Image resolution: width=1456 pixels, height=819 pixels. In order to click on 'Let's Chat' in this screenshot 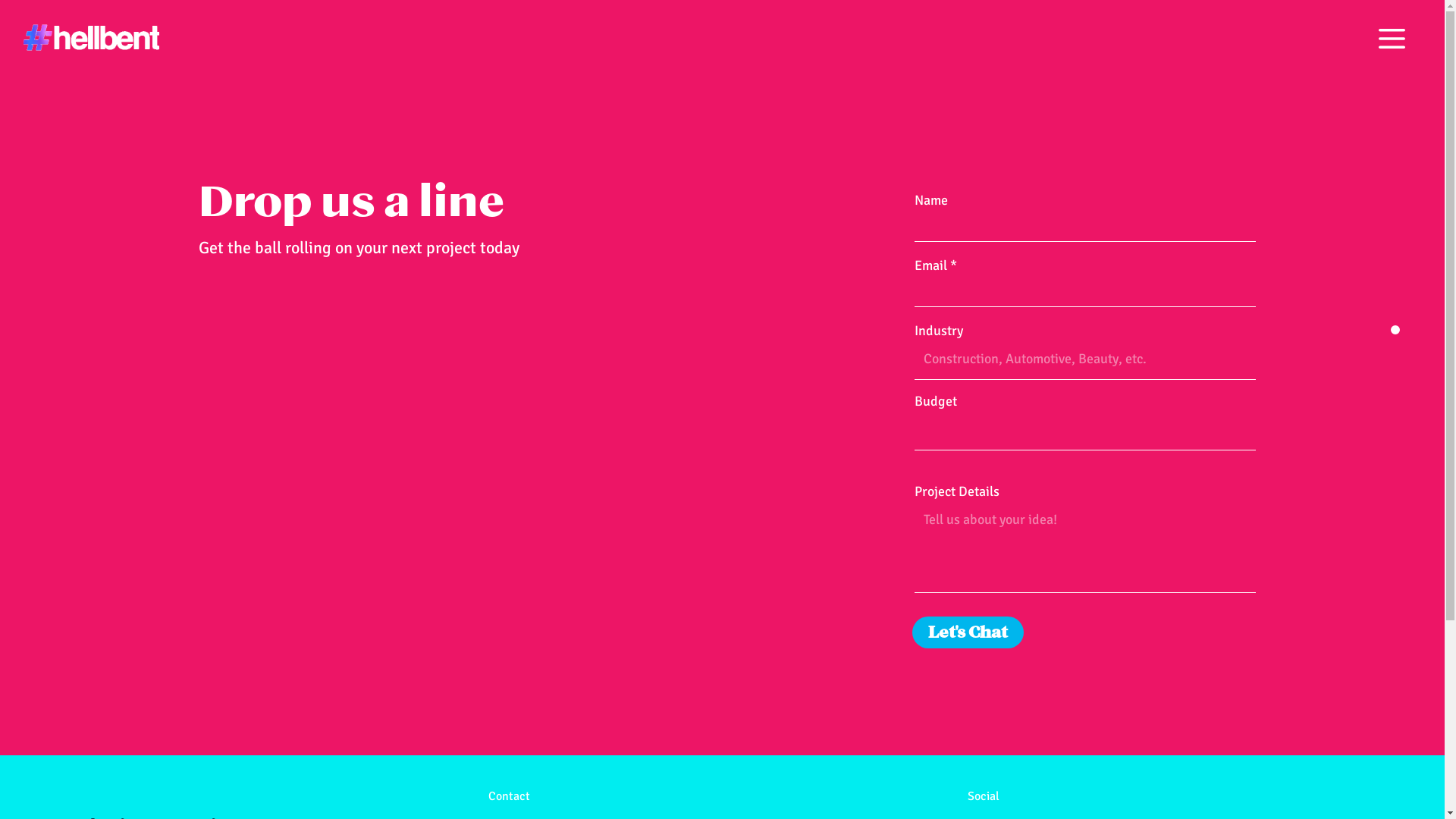, I will do `click(912, 632)`.